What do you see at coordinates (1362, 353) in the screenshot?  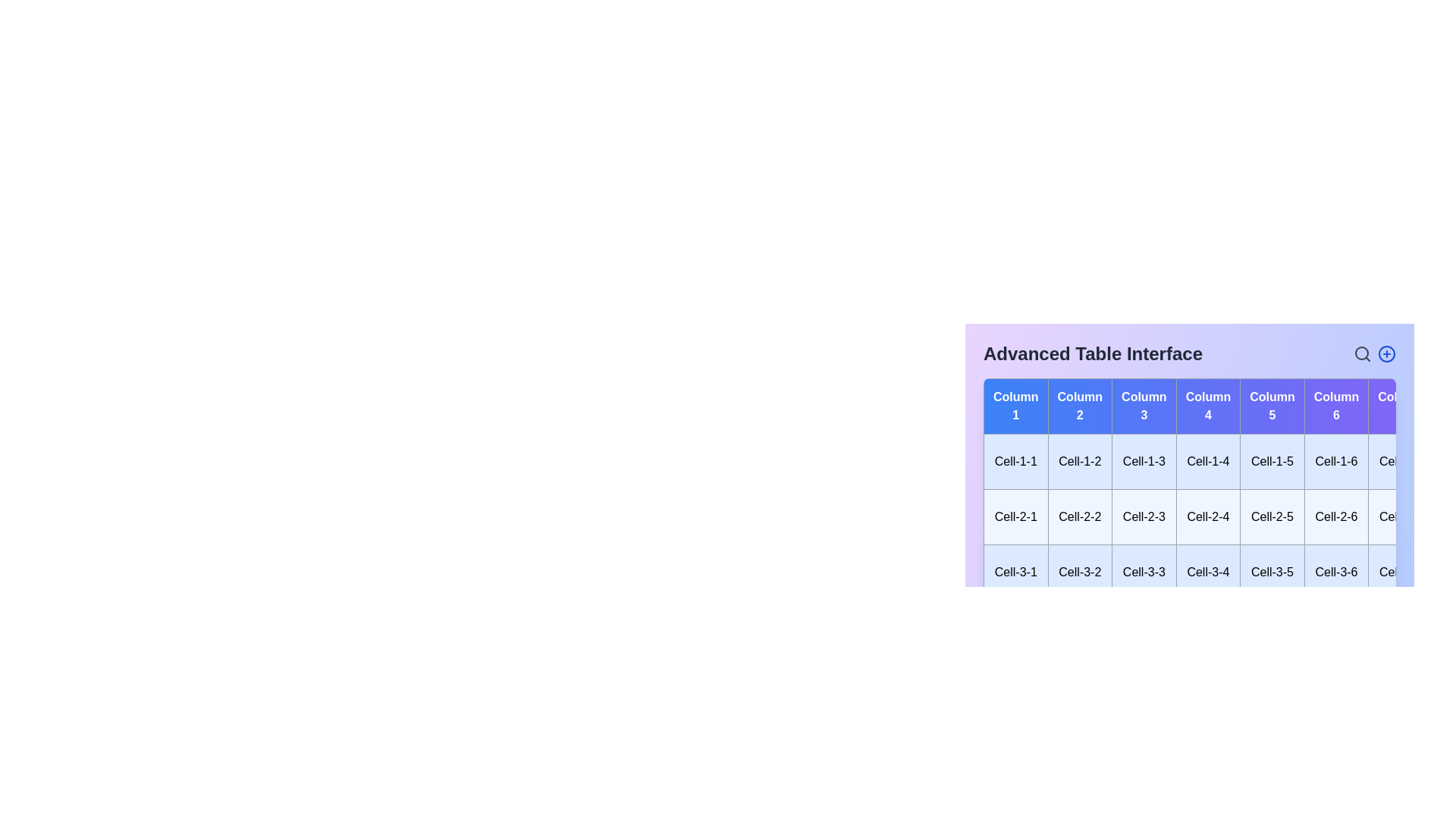 I see `the search icon to initiate a search` at bounding box center [1362, 353].